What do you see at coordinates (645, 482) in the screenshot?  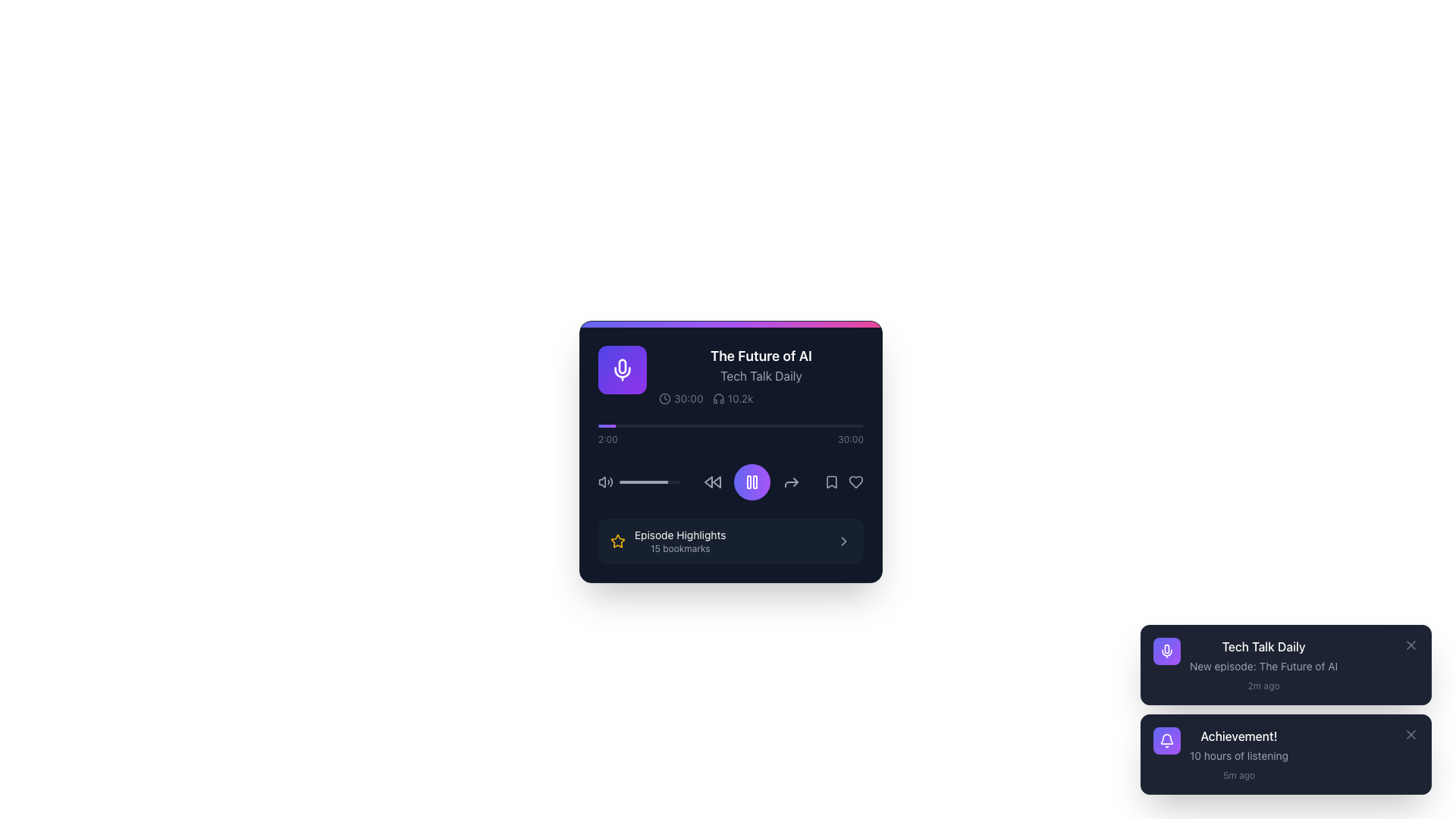 I see `the volume` at bounding box center [645, 482].